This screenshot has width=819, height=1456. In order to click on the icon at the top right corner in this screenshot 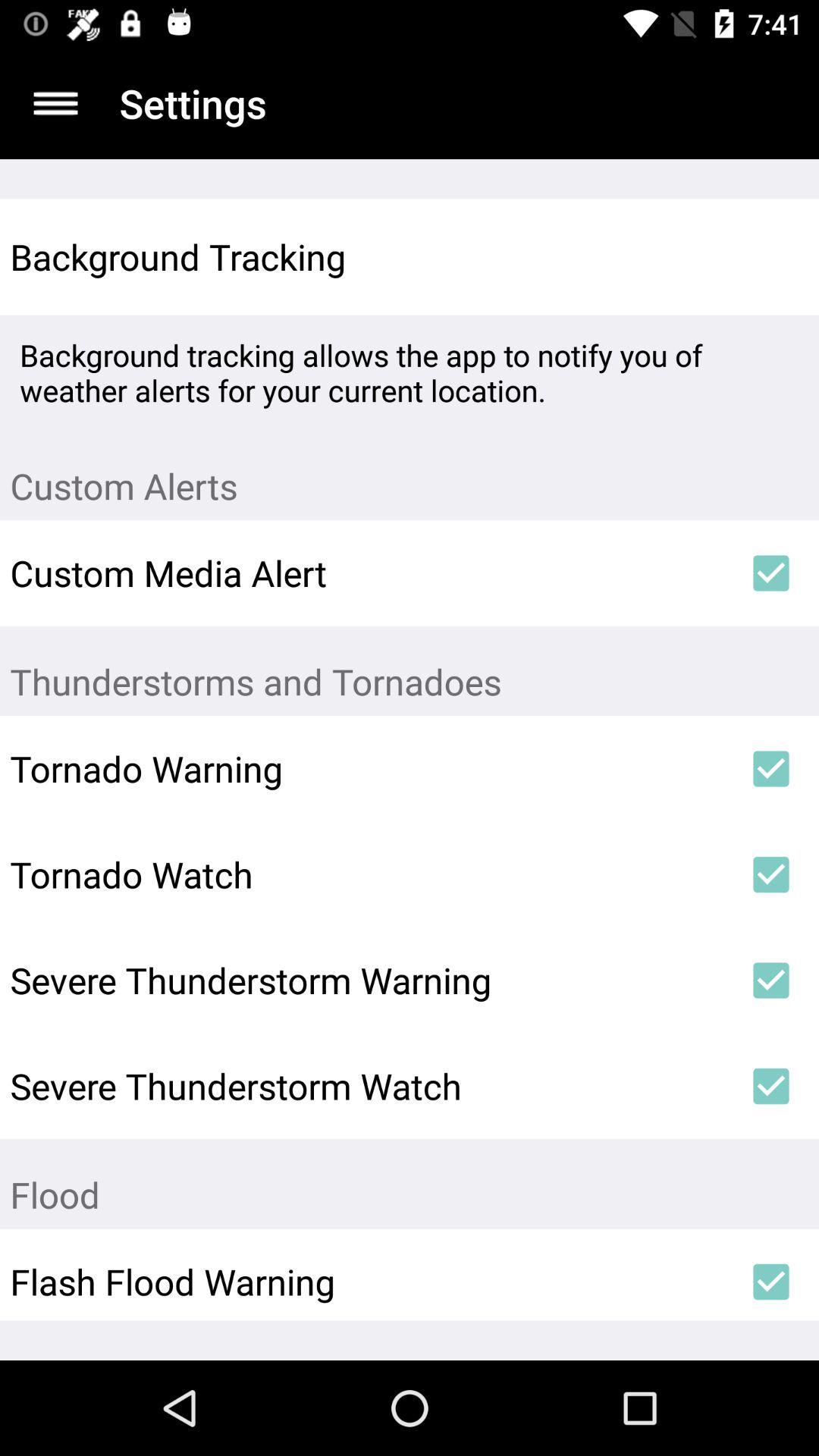, I will do `click(771, 257)`.